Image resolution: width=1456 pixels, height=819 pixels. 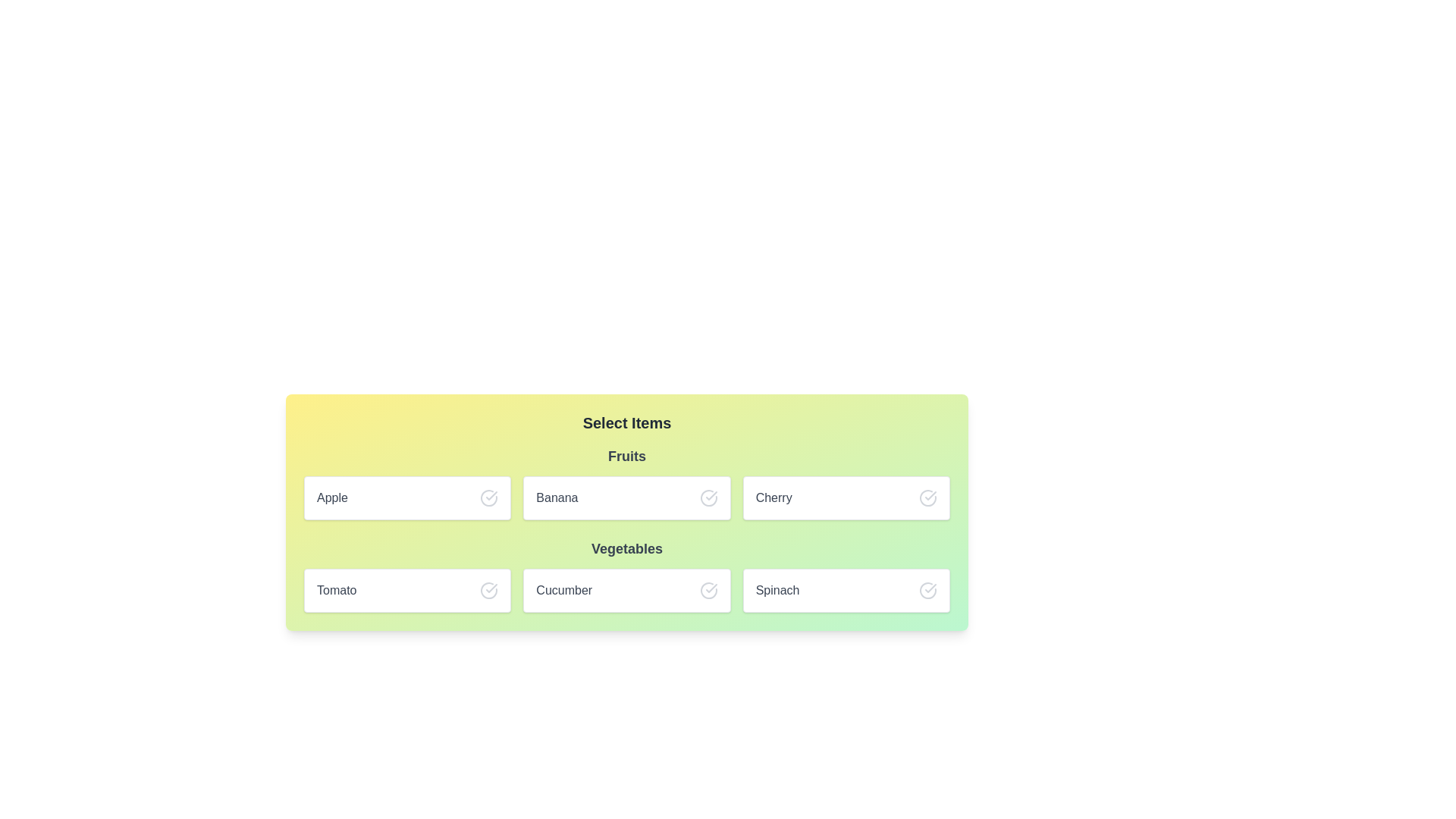 What do you see at coordinates (626, 497) in the screenshot?
I see `the selectable item labeled 'Banana' in the selection grid` at bounding box center [626, 497].